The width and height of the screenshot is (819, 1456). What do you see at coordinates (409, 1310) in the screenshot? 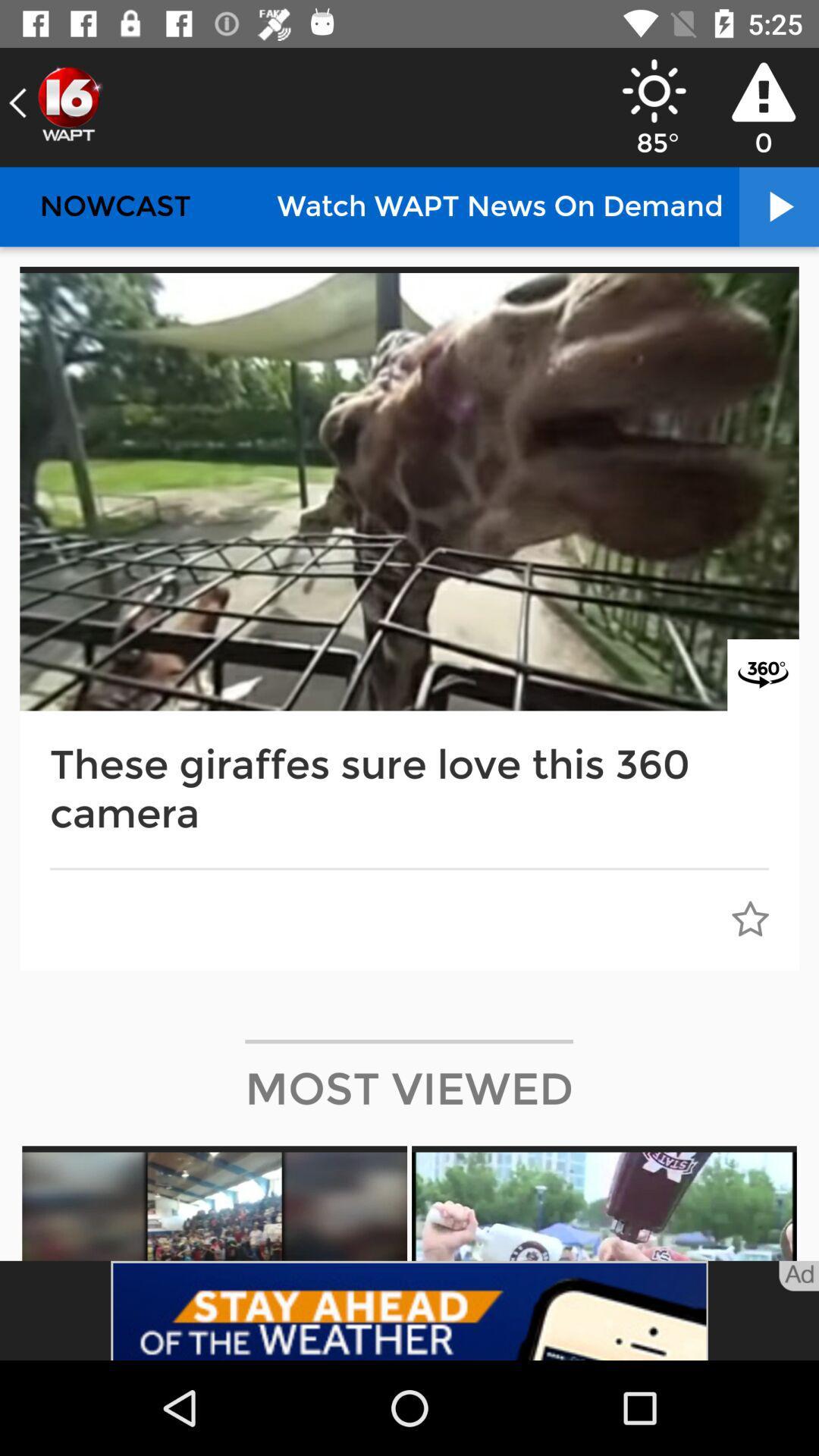
I see `open advertisement` at bounding box center [409, 1310].